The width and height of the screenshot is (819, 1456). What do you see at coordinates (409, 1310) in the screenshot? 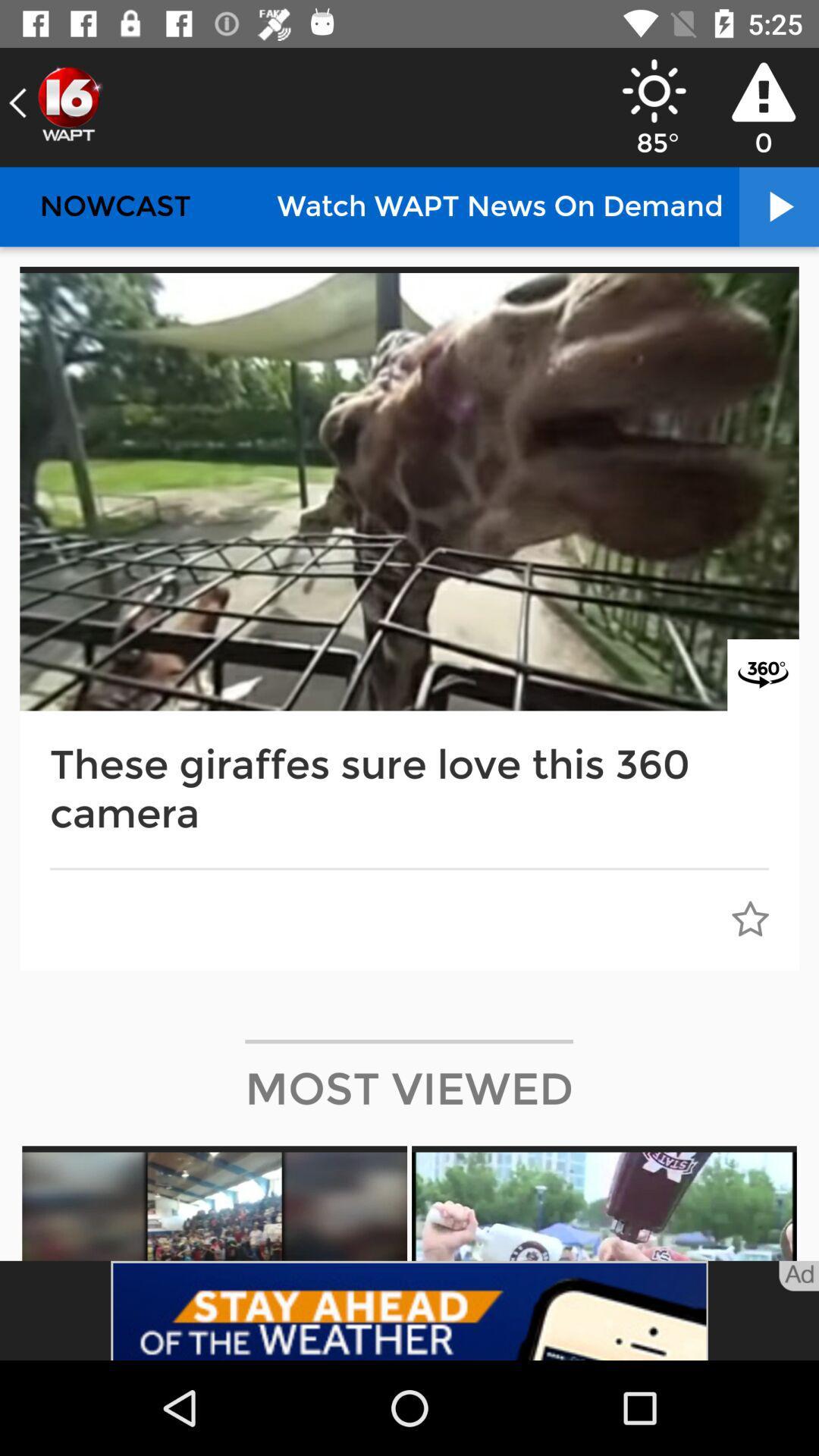
I see `open advertisement` at bounding box center [409, 1310].